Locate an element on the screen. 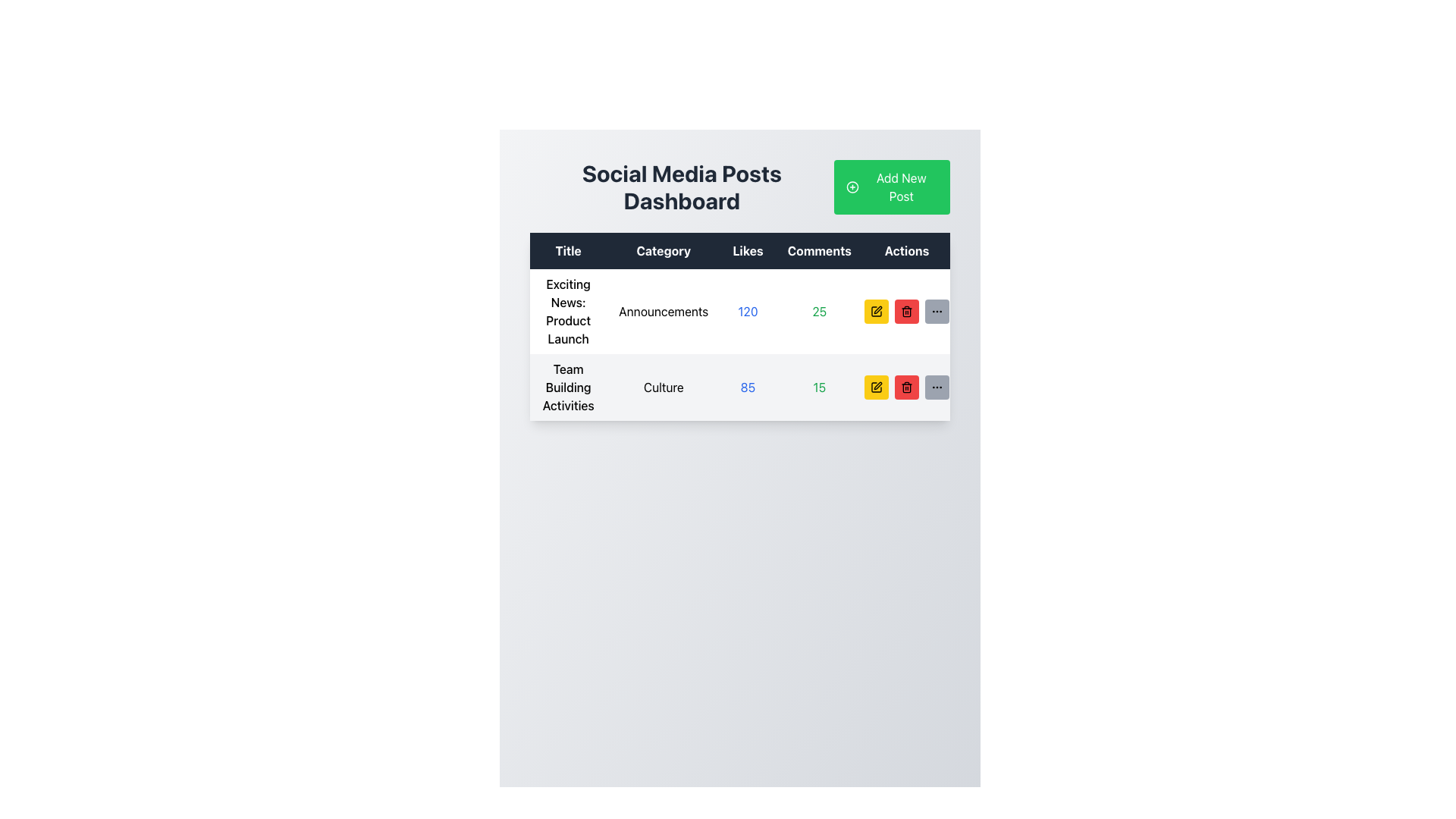  the static text label displaying 'Culture' located in the second row of the table under the 'Category' column is located at coordinates (664, 386).